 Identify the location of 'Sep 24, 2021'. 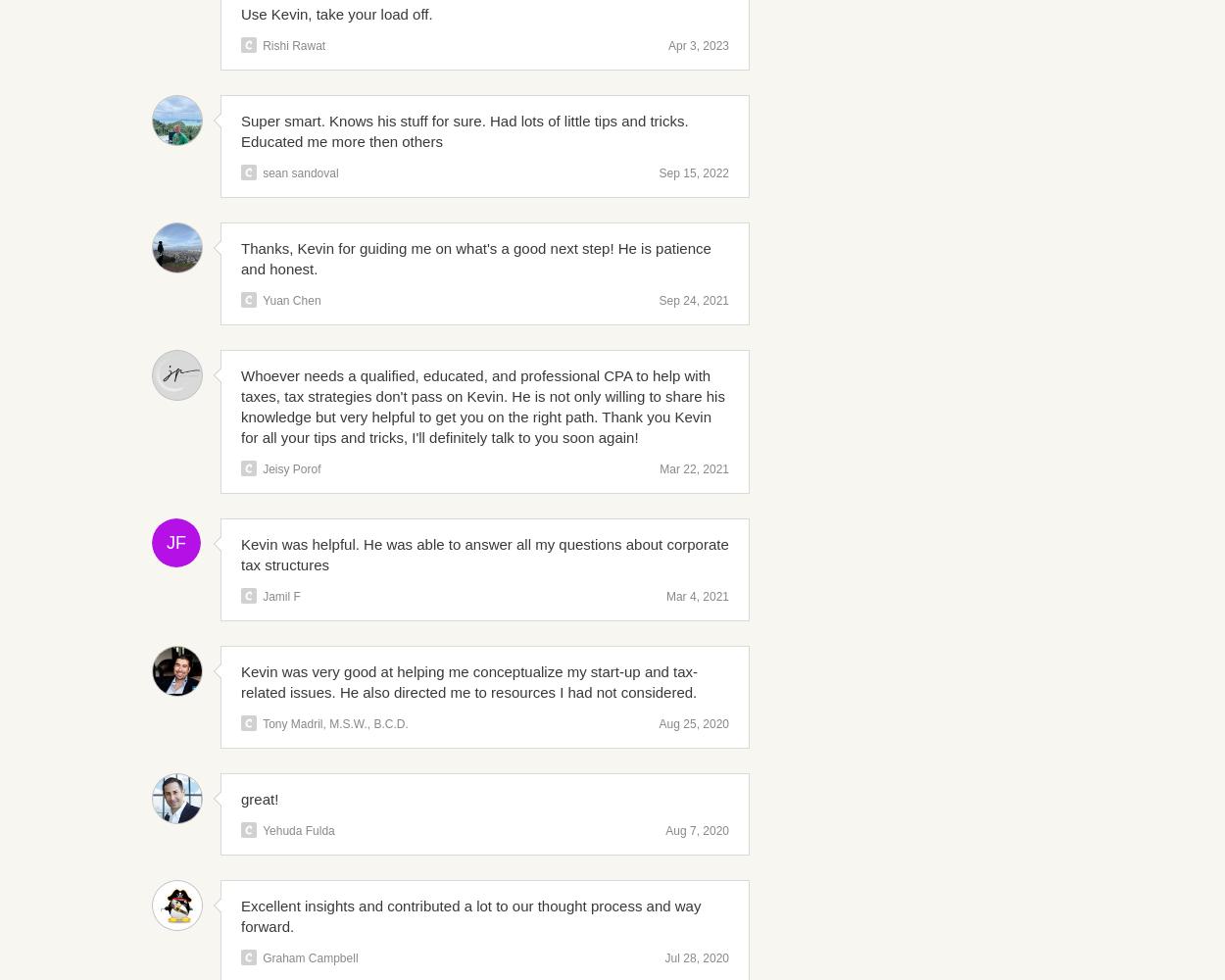
(693, 301).